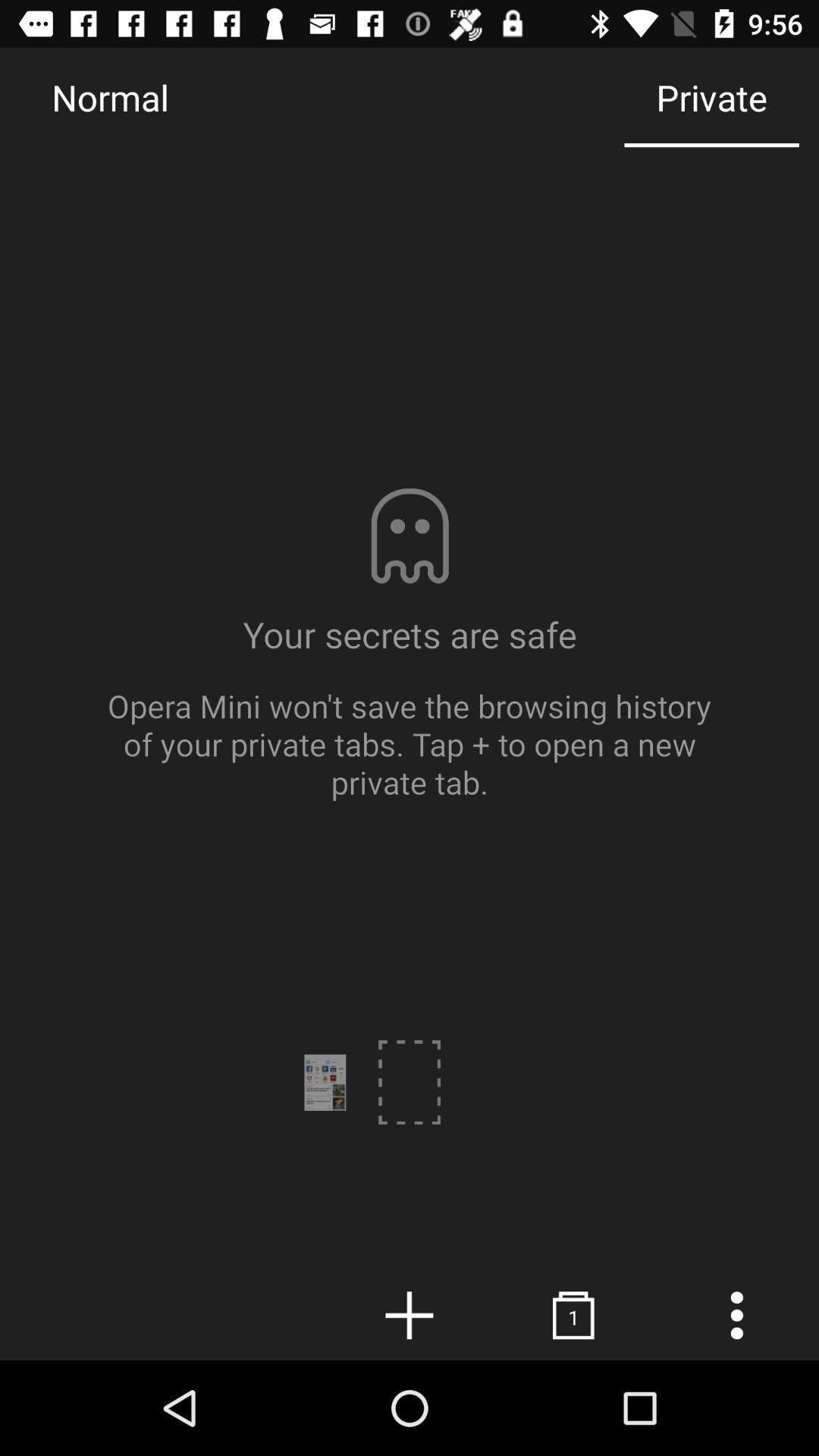 Image resolution: width=819 pixels, height=1456 pixels. What do you see at coordinates (711, 96) in the screenshot?
I see `the private` at bounding box center [711, 96].